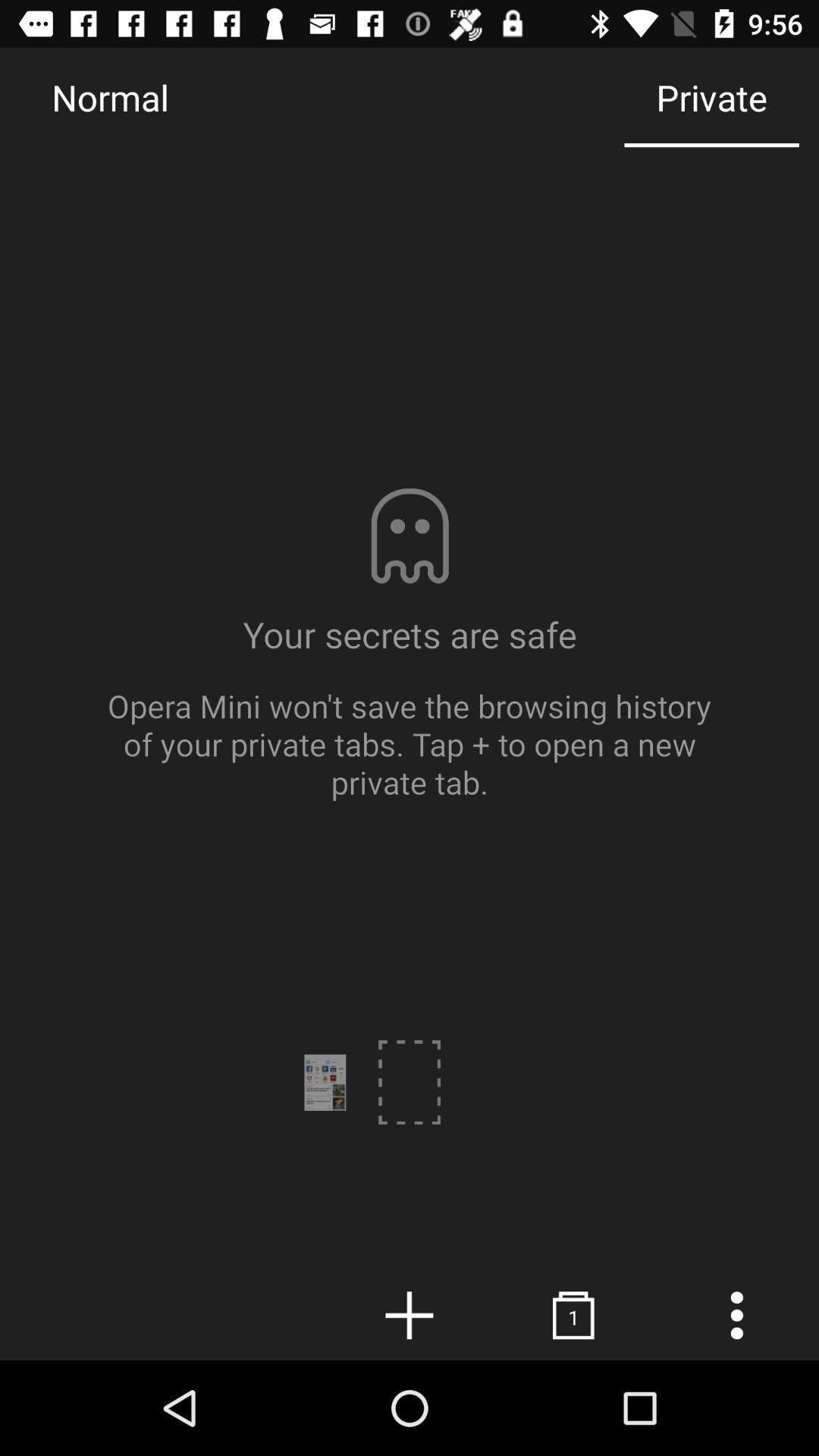 Image resolution: width=819 pixels, height=1456 pixels. What do you see at coordinates (711, 96) in the screenshot?
I see `the private` at bounding box center [711, 96].